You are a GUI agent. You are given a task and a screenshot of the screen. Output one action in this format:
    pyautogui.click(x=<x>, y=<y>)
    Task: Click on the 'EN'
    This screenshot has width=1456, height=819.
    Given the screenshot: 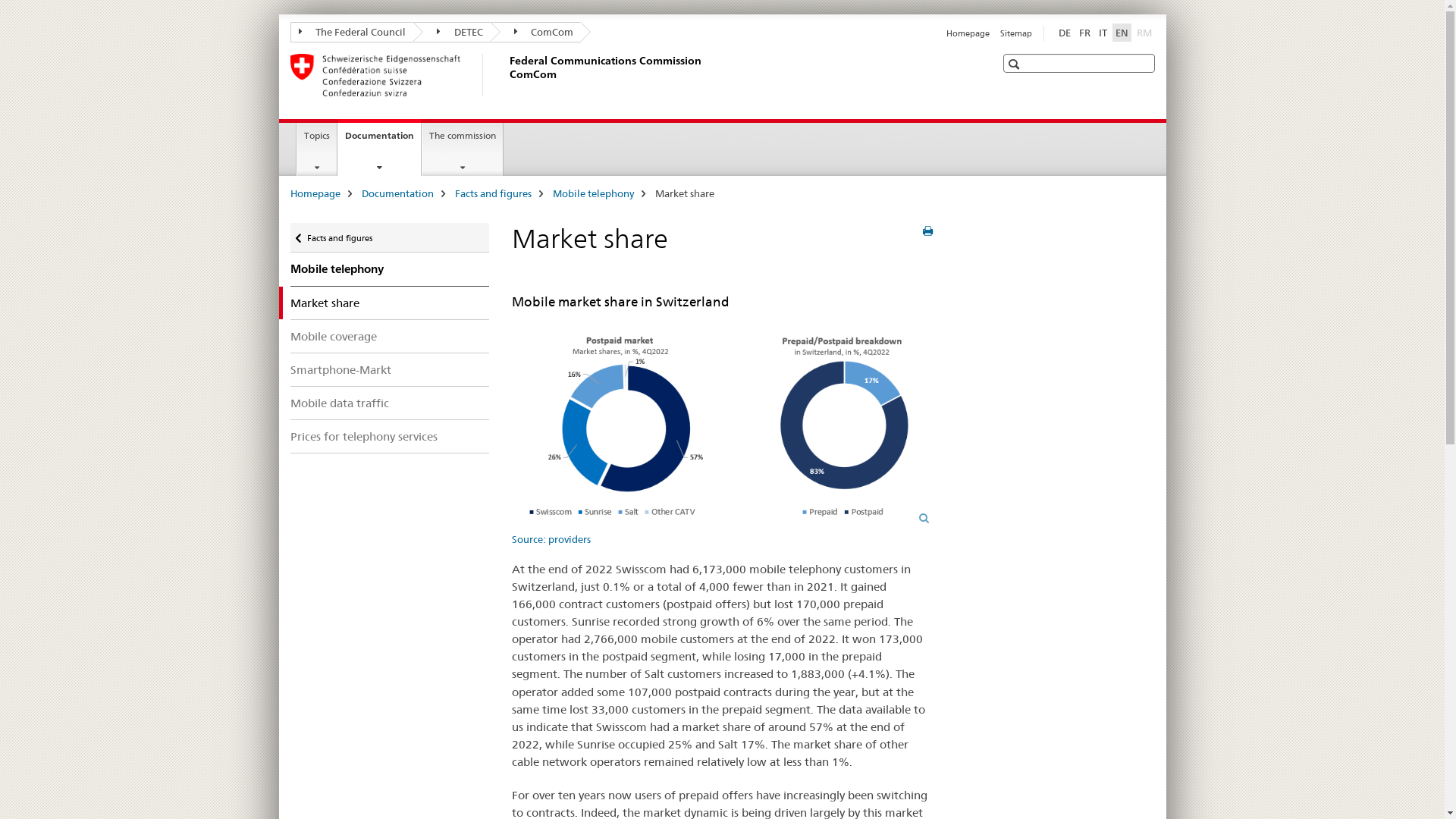 What is the action you would take?
    pyautogui.click(x=1111, y=32)
    